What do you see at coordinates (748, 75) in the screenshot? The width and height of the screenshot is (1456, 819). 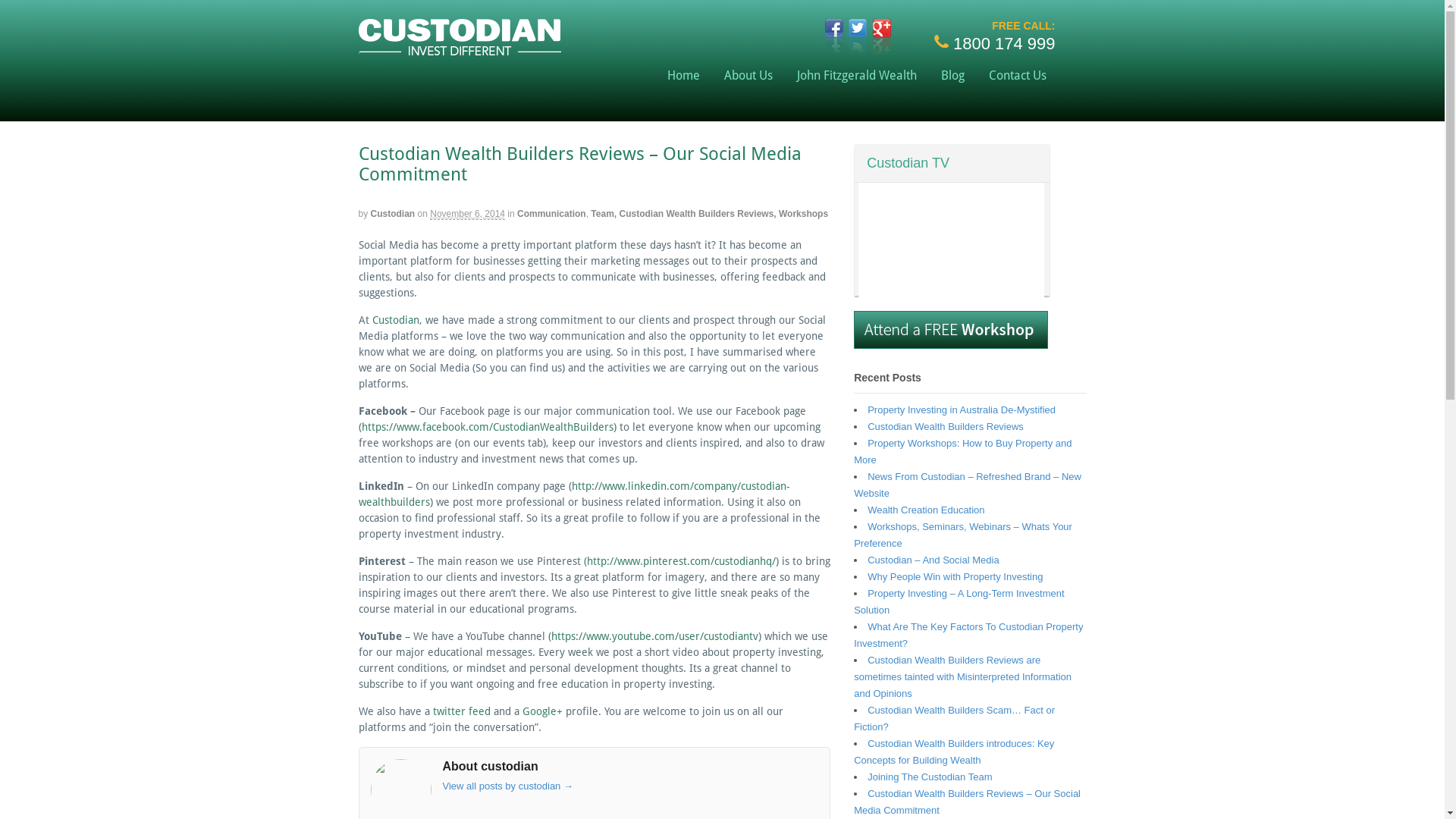 I see `'About Us'` at bounding box center [748, 75].